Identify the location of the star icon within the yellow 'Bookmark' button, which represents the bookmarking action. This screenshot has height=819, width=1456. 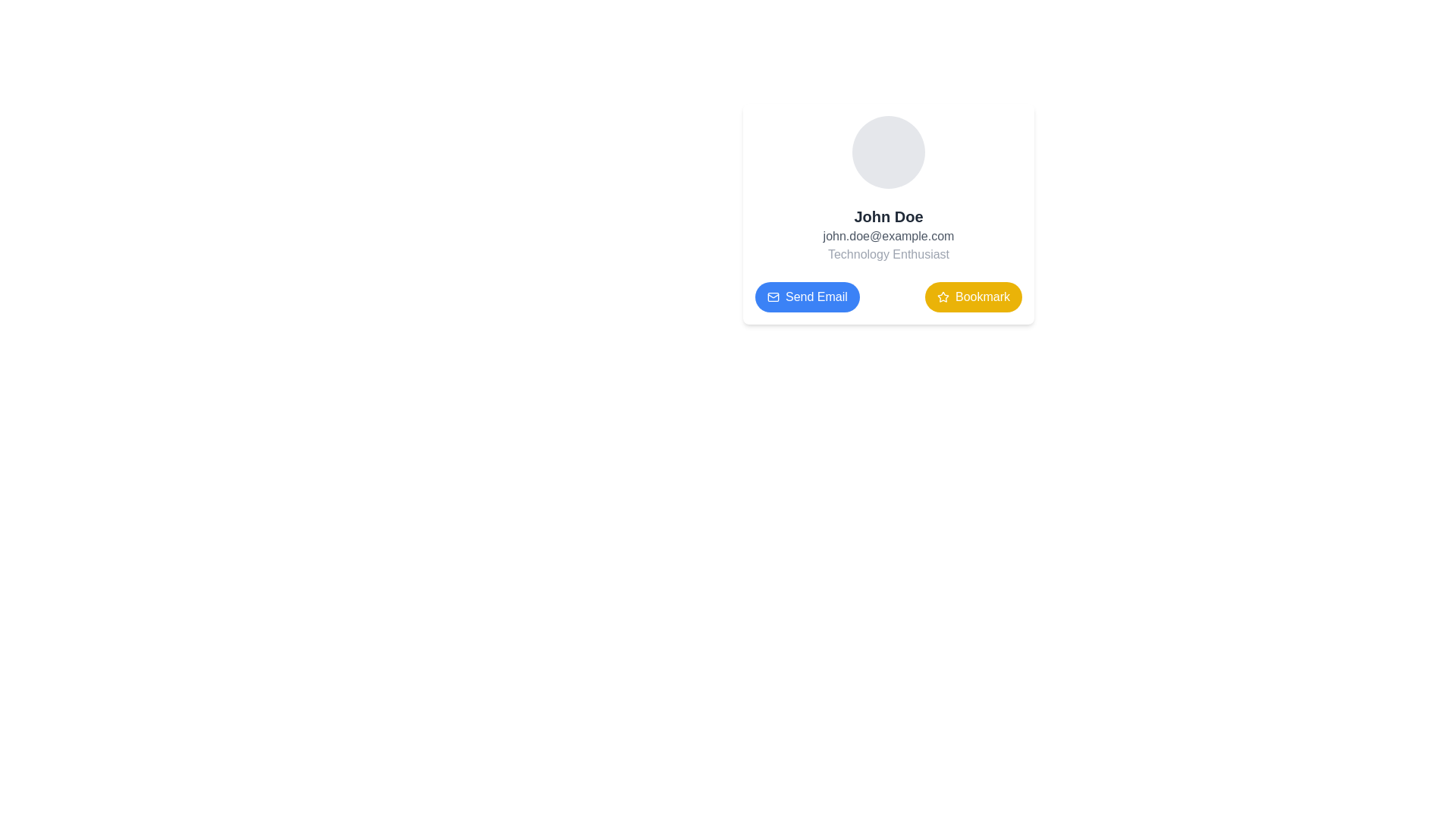
(942, 297).